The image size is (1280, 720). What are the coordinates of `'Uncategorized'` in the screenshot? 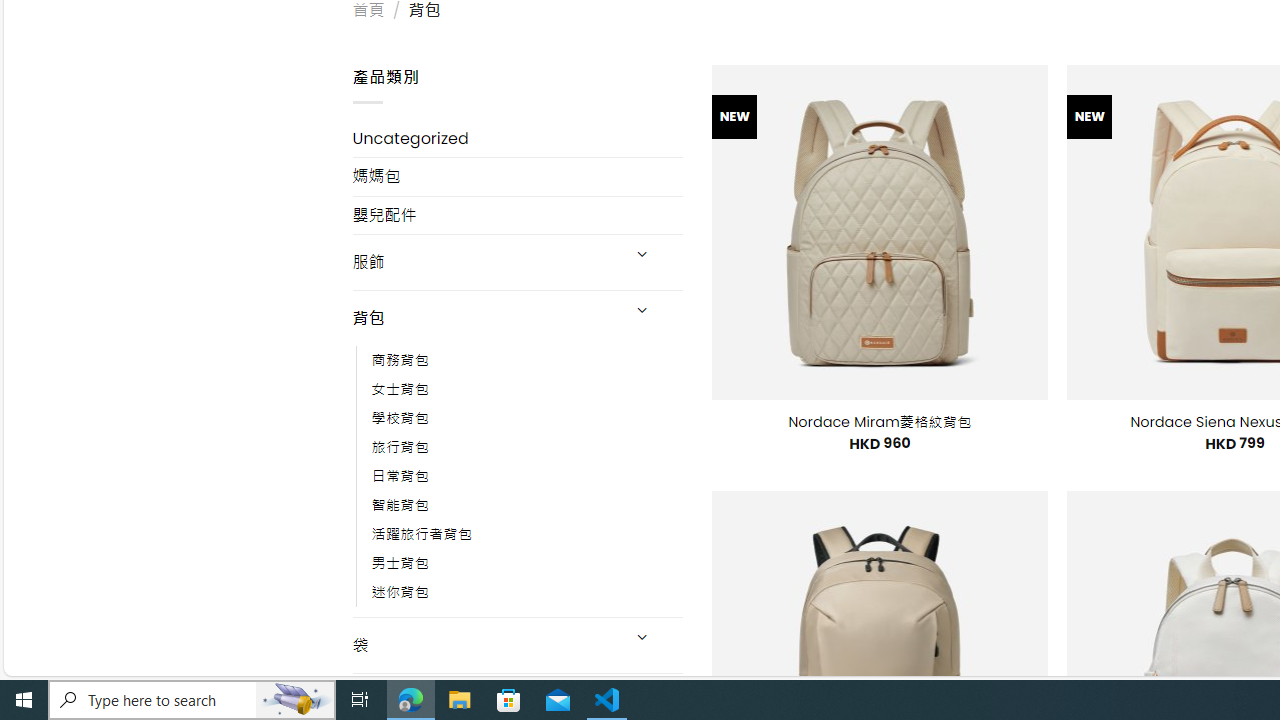 It's located at (517, 137).